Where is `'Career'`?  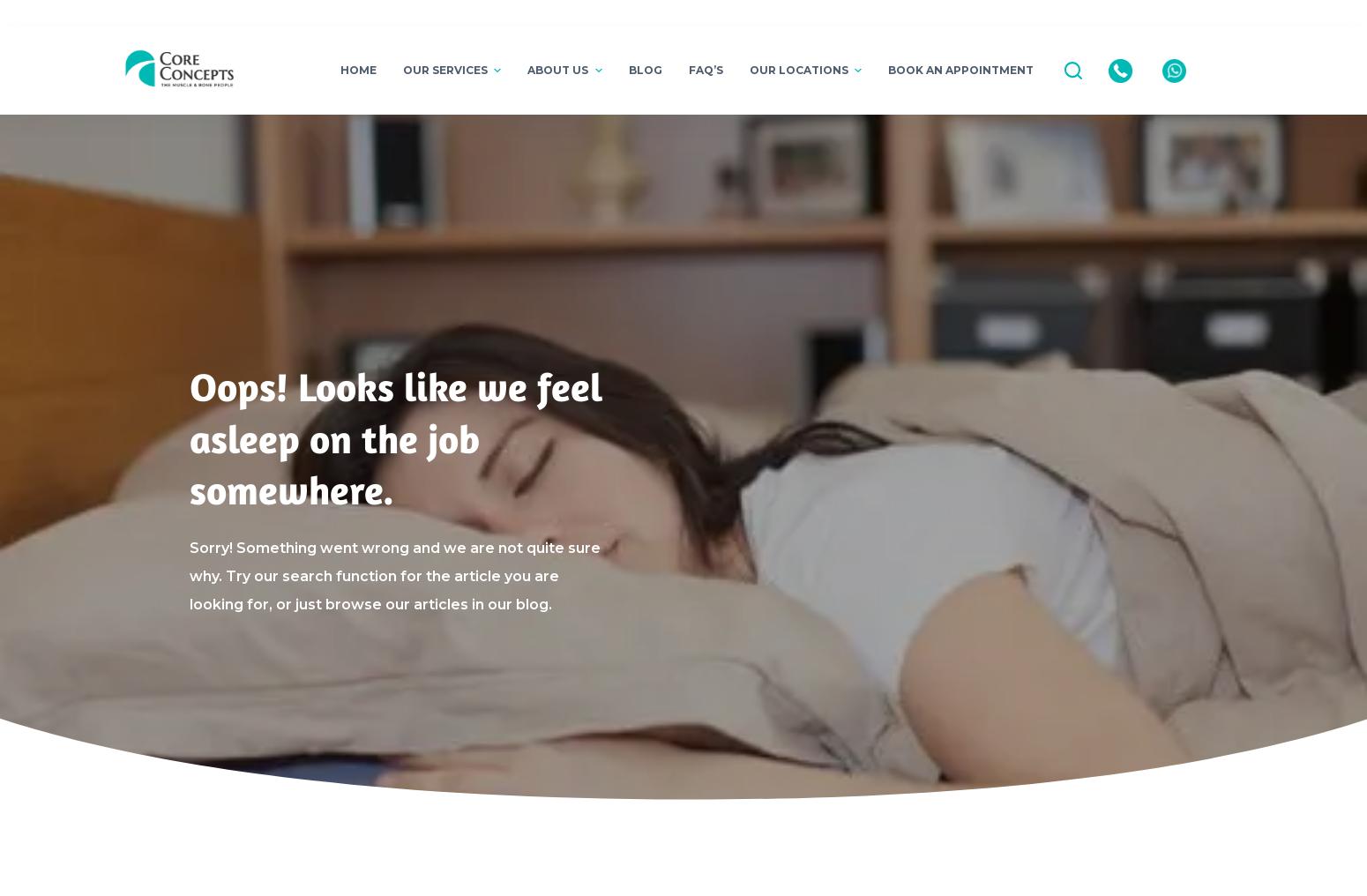 'Career' is located at coordinates (546, 274).